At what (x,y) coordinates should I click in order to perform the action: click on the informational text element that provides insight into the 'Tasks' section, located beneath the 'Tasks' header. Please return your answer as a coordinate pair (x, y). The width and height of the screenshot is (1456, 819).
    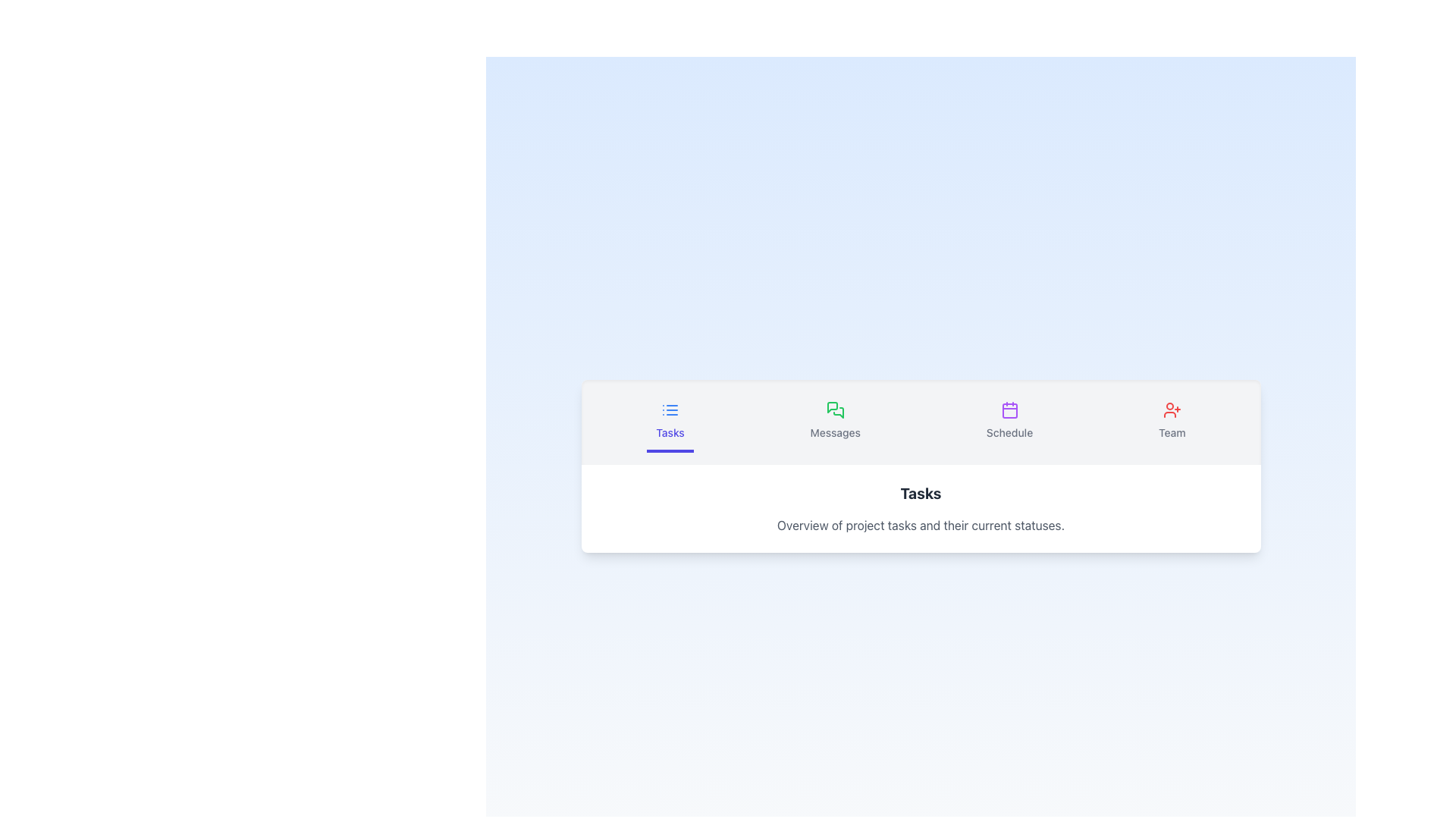
    Looking at the image, I should click on (920, 525).